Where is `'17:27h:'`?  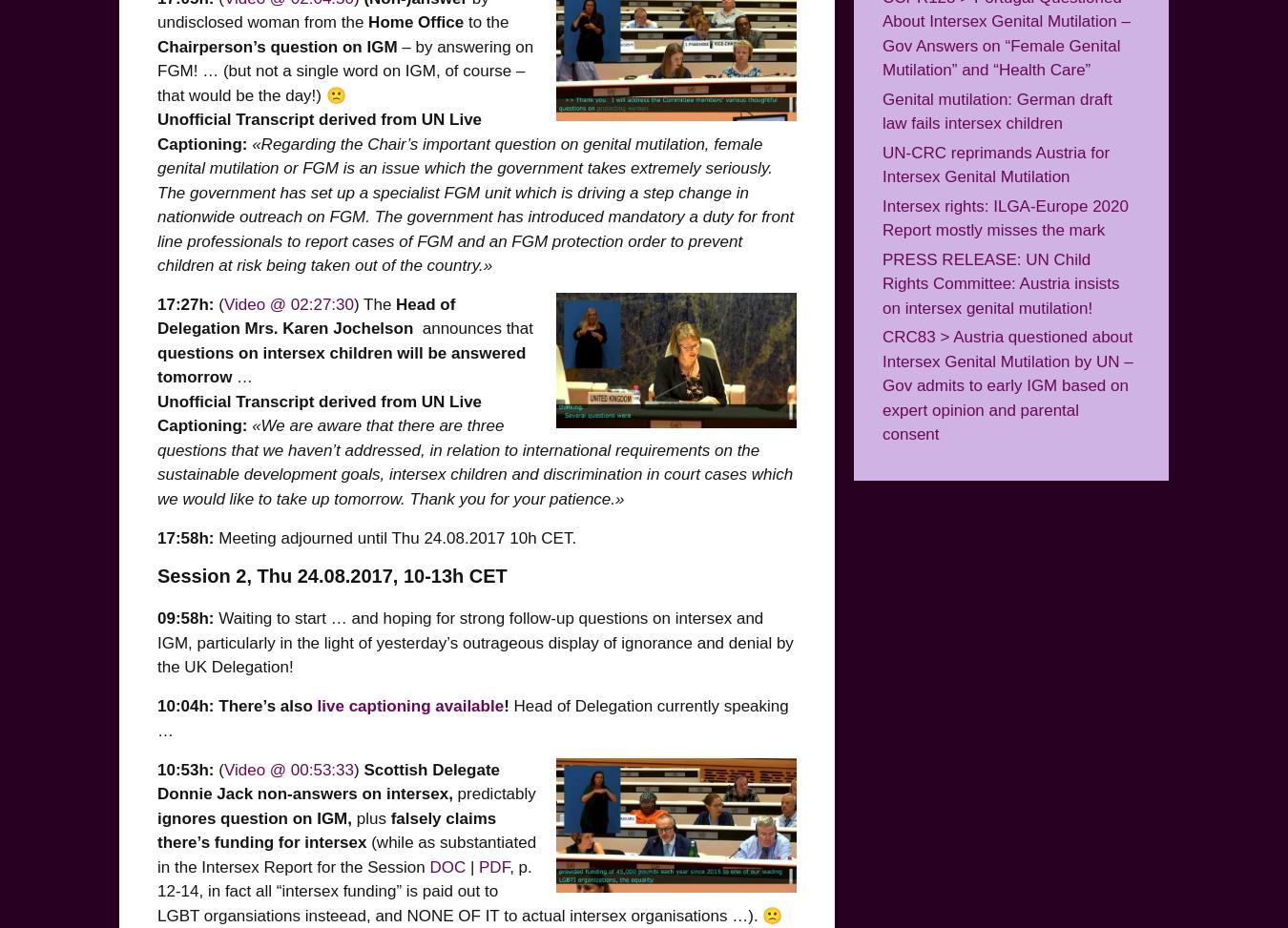 '17:27h:' is located at coordinates (185, 303).